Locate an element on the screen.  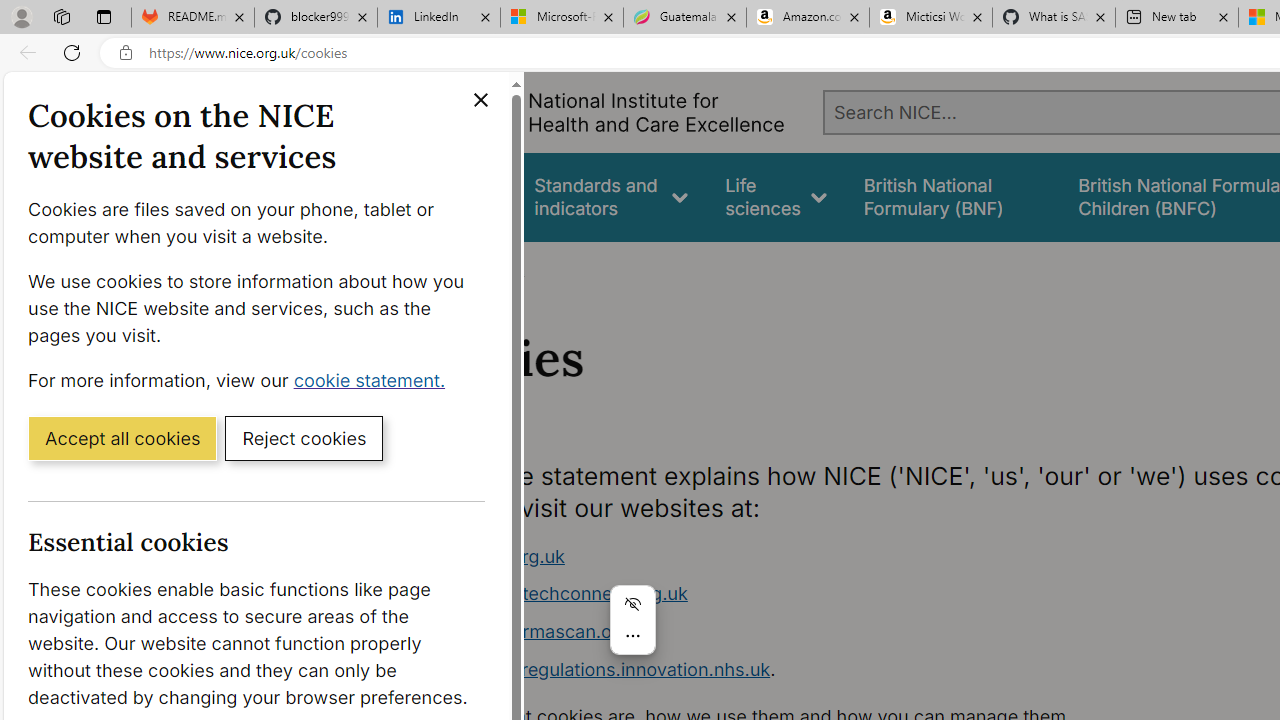
'Guidance' is located at coordinates (457, 197).